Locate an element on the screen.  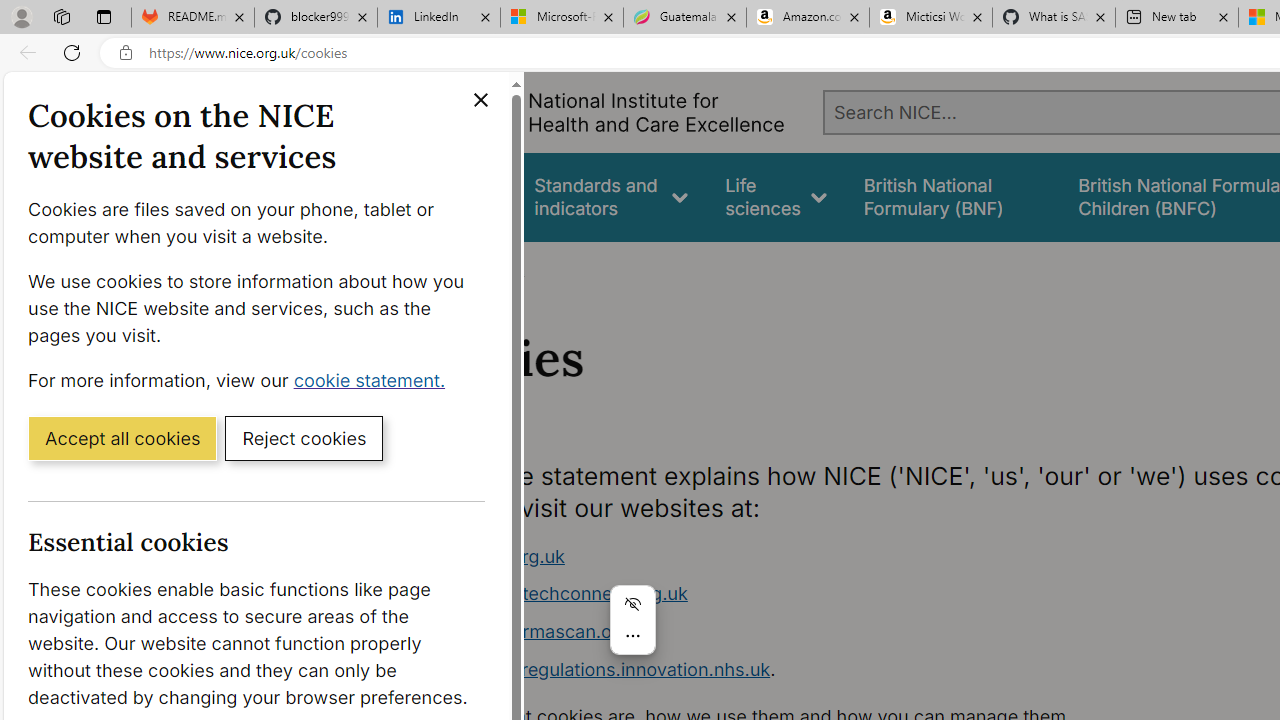
'Guidance' is located at coordinates (457, 197).